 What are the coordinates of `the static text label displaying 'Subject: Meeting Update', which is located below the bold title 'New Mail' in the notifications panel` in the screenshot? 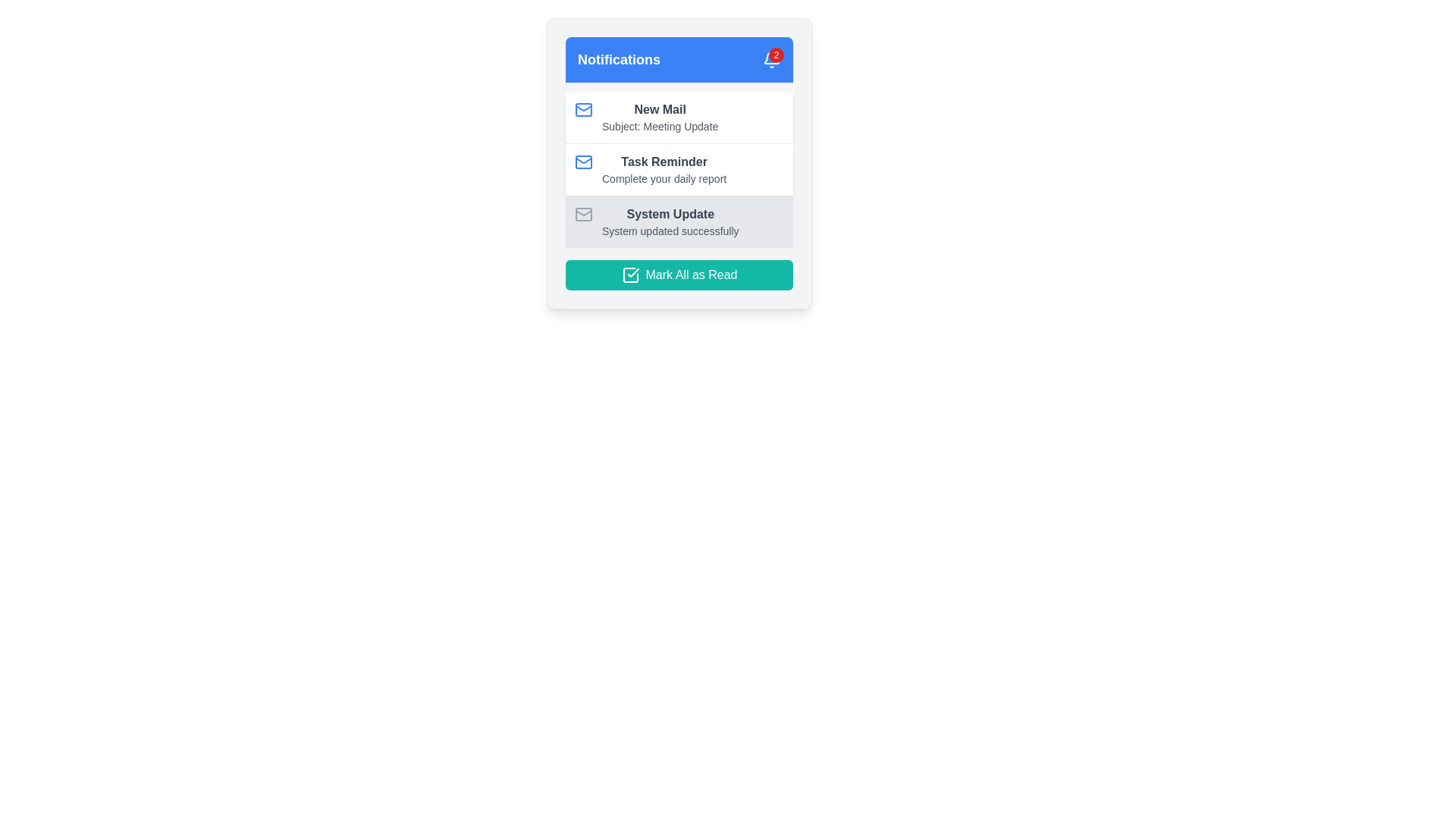 It's located at (660, 125).